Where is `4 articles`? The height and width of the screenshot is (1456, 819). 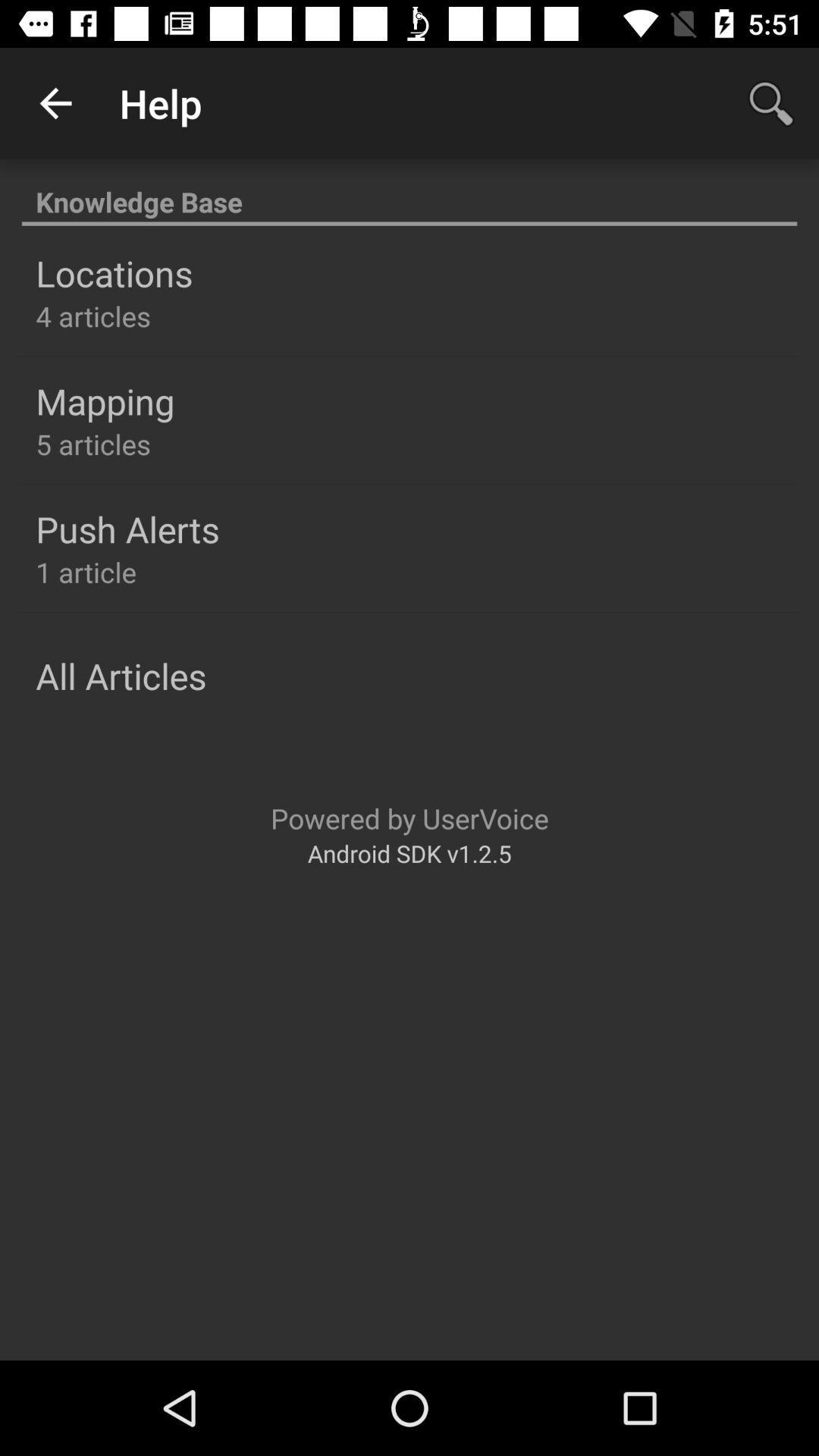 4 articles is located at coordinates (93, 315).